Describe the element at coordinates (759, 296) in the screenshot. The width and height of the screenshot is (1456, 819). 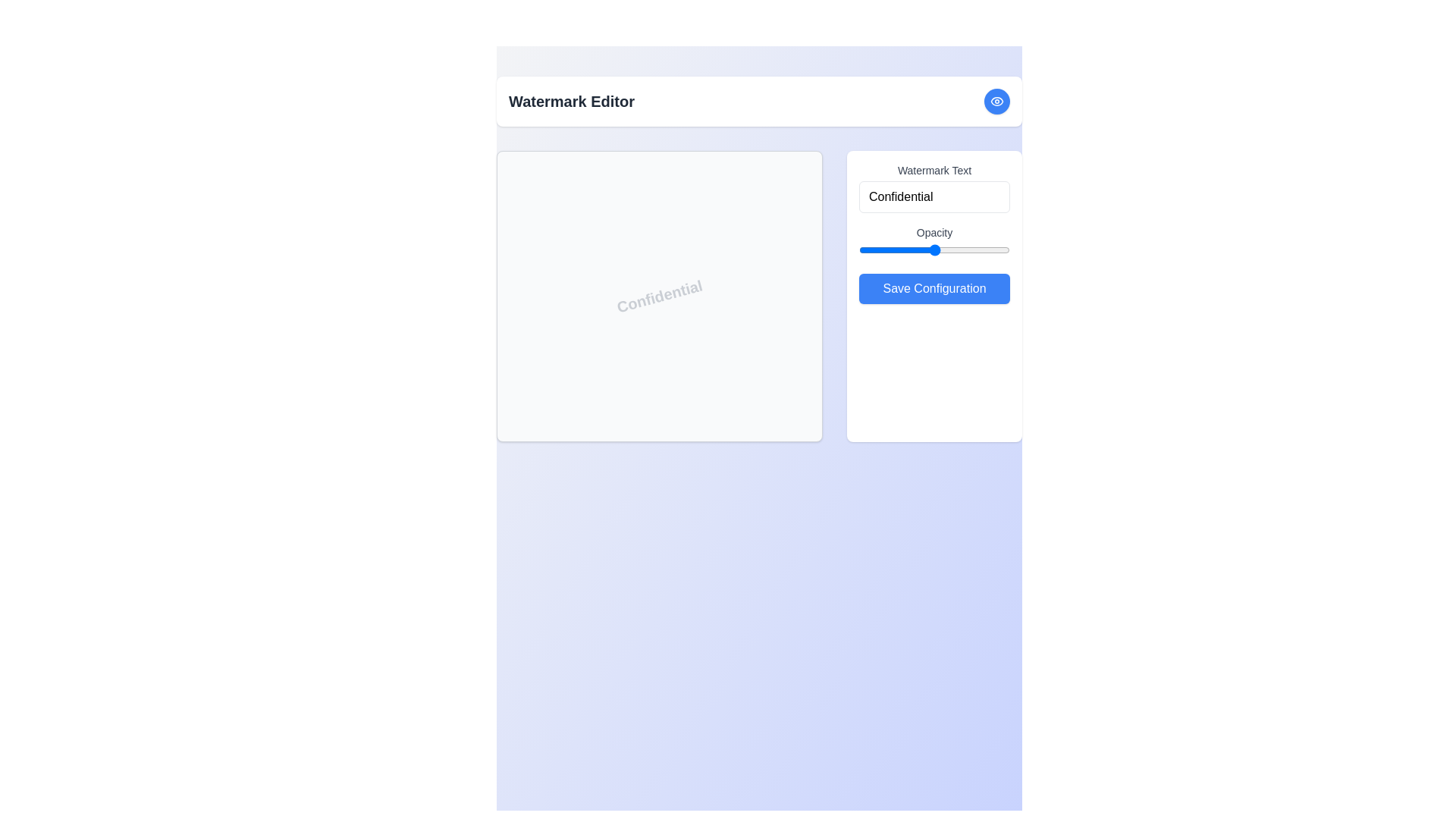
I see `the interactive Display area or viewport with a white background and 'Confidential' watermark, located under the 'Watermark Editor' title` at that location.